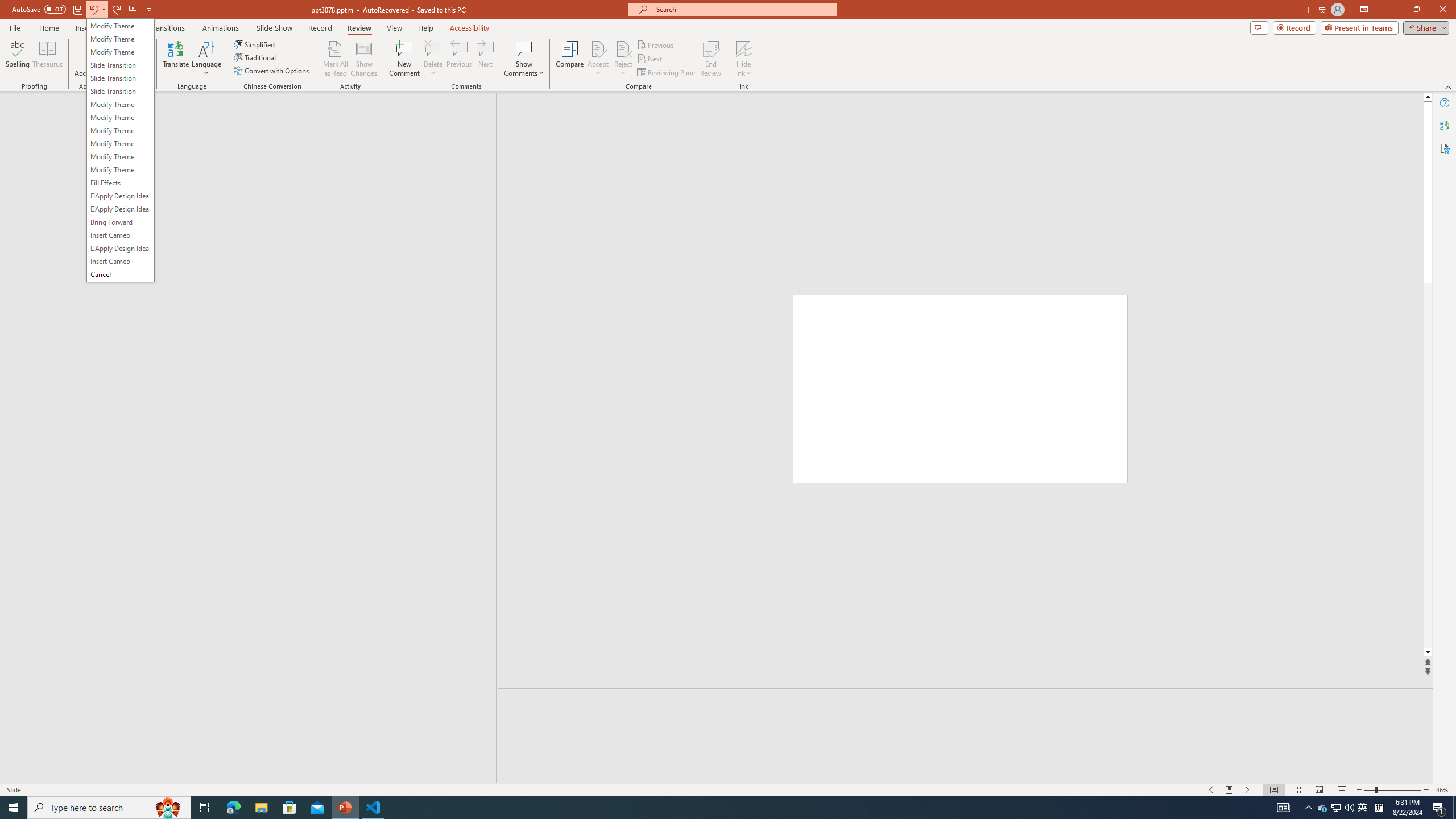 This screenshot has height=819, width=1456. Describe the element at coordinates (570, 59) in the screenshot. I see `'Compare'` at that location.